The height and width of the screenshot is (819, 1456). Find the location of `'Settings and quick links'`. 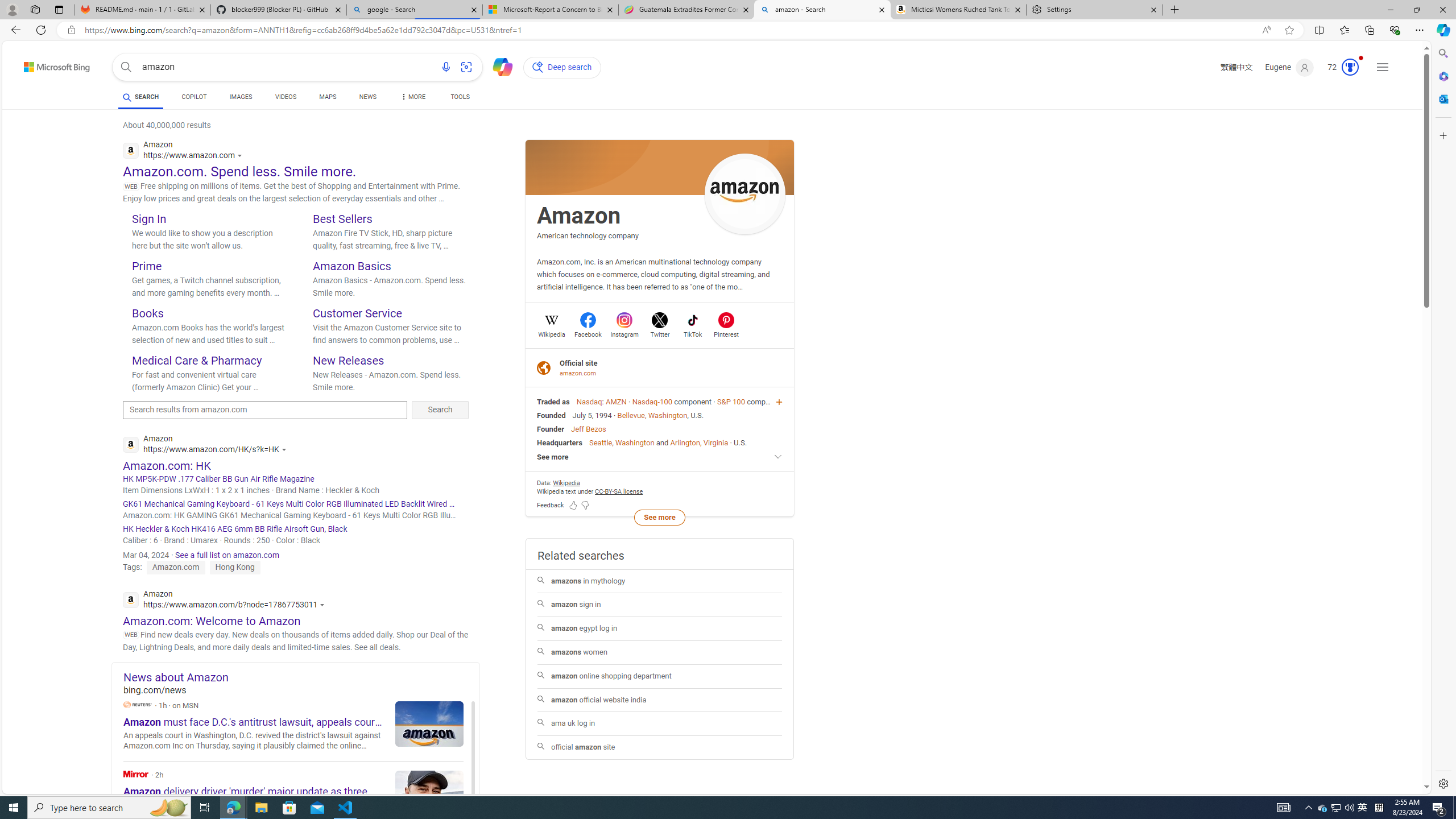

'Settings and quick links' is located at coordinates (1383, 67).